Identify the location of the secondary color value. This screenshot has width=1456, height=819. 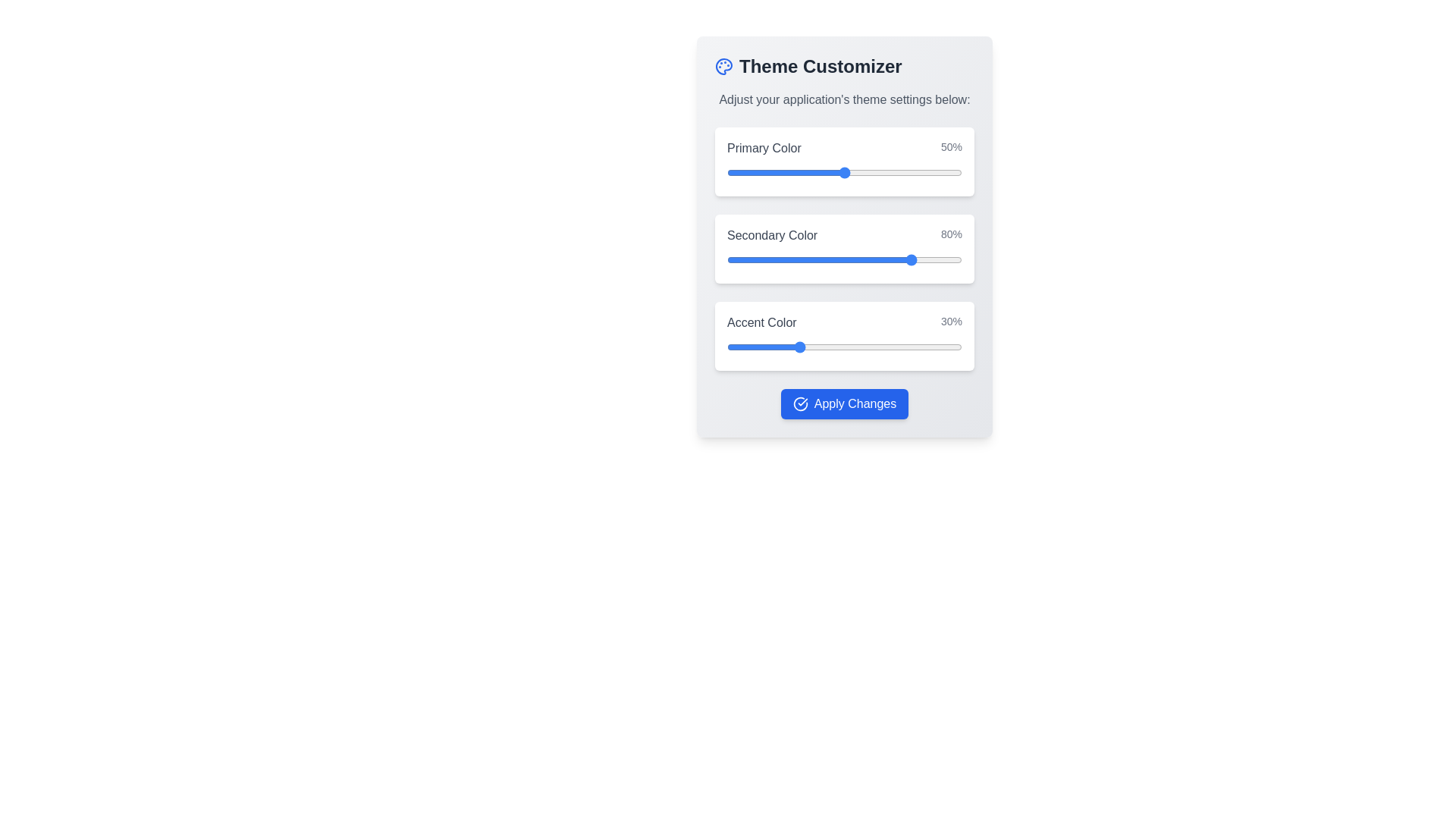
(788, 259).